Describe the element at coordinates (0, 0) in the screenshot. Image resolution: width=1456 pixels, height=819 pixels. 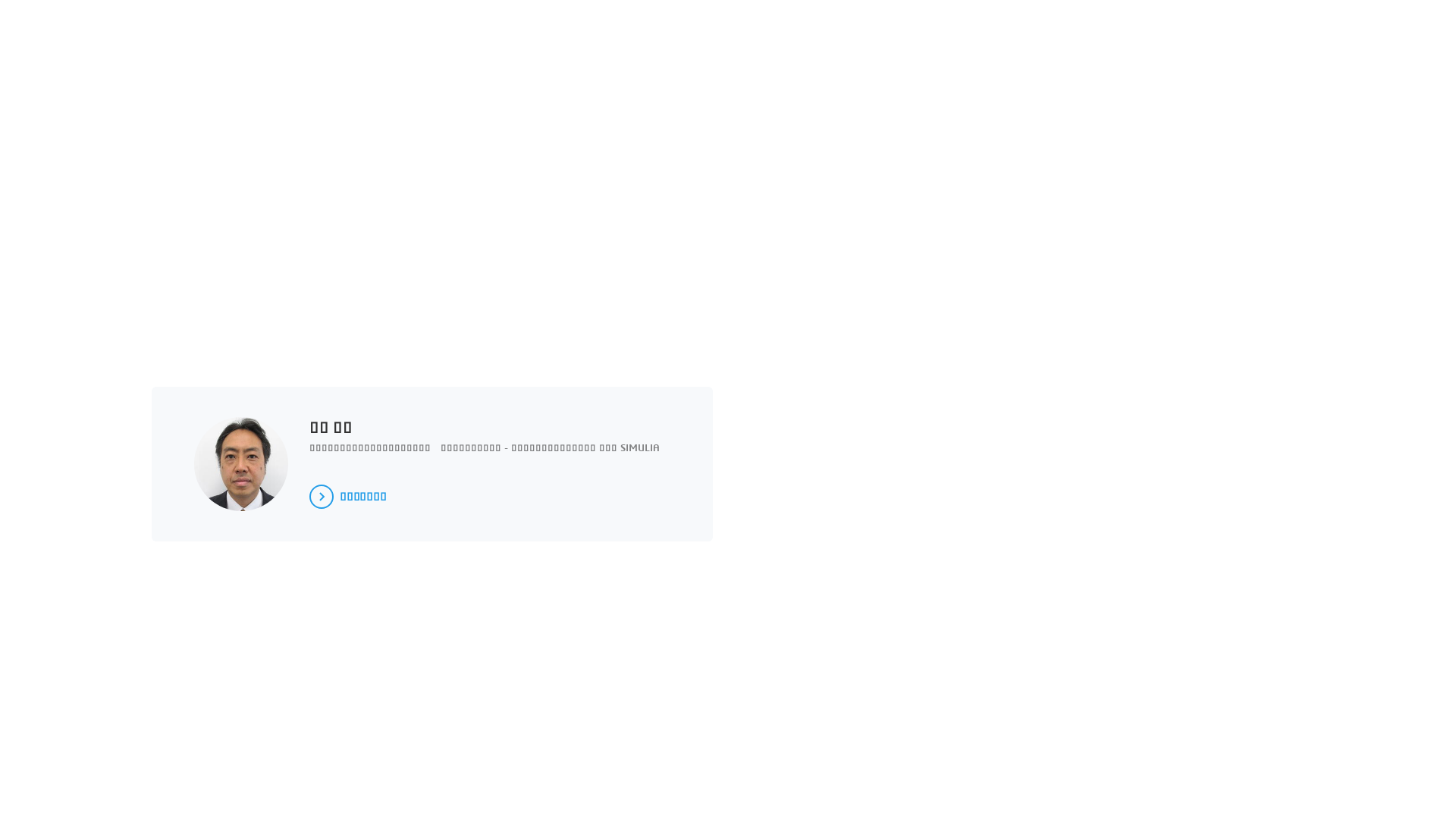
I see `'Skip to main content'` at that location.